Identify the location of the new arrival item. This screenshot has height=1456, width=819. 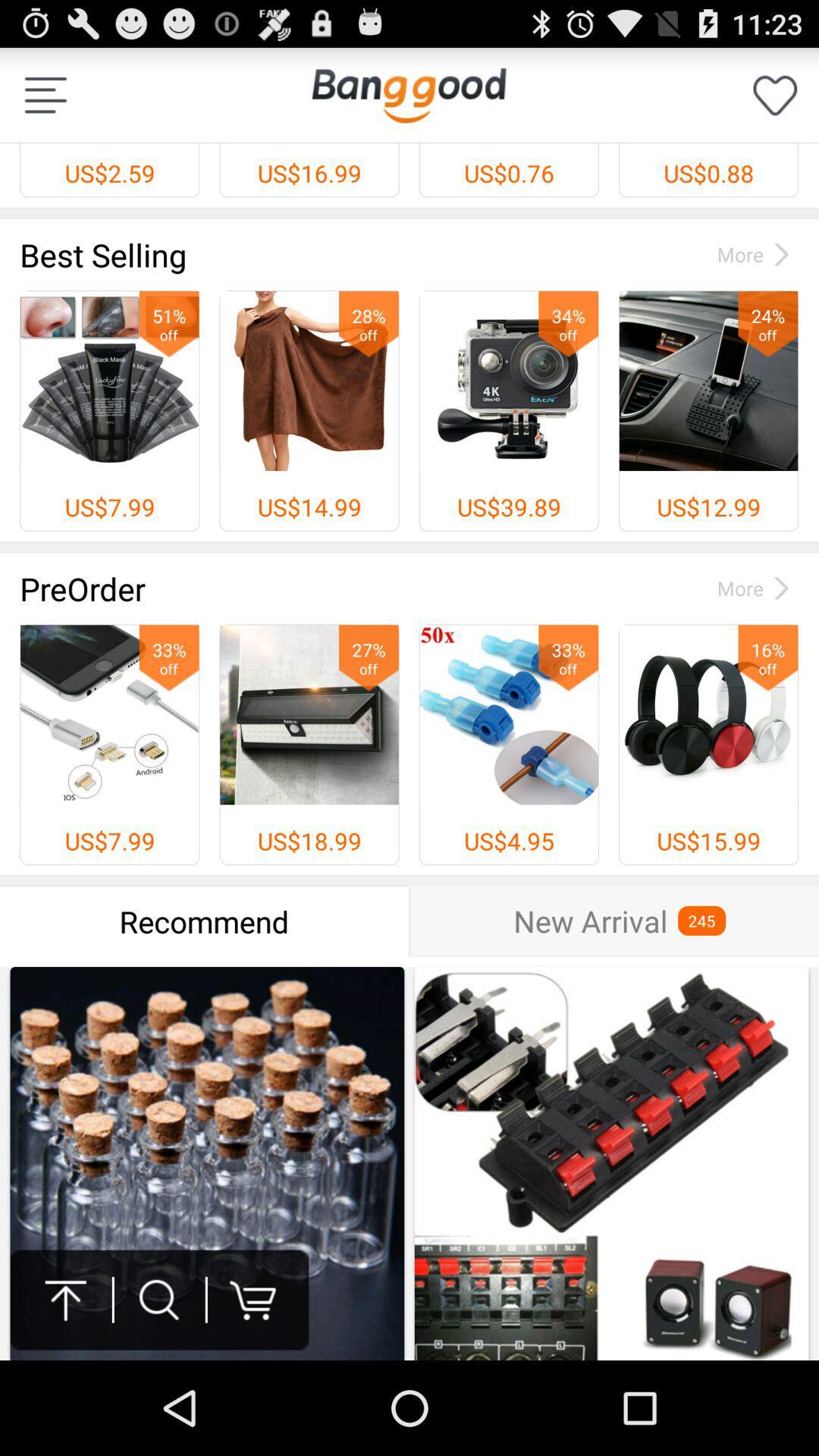
(589, 920).